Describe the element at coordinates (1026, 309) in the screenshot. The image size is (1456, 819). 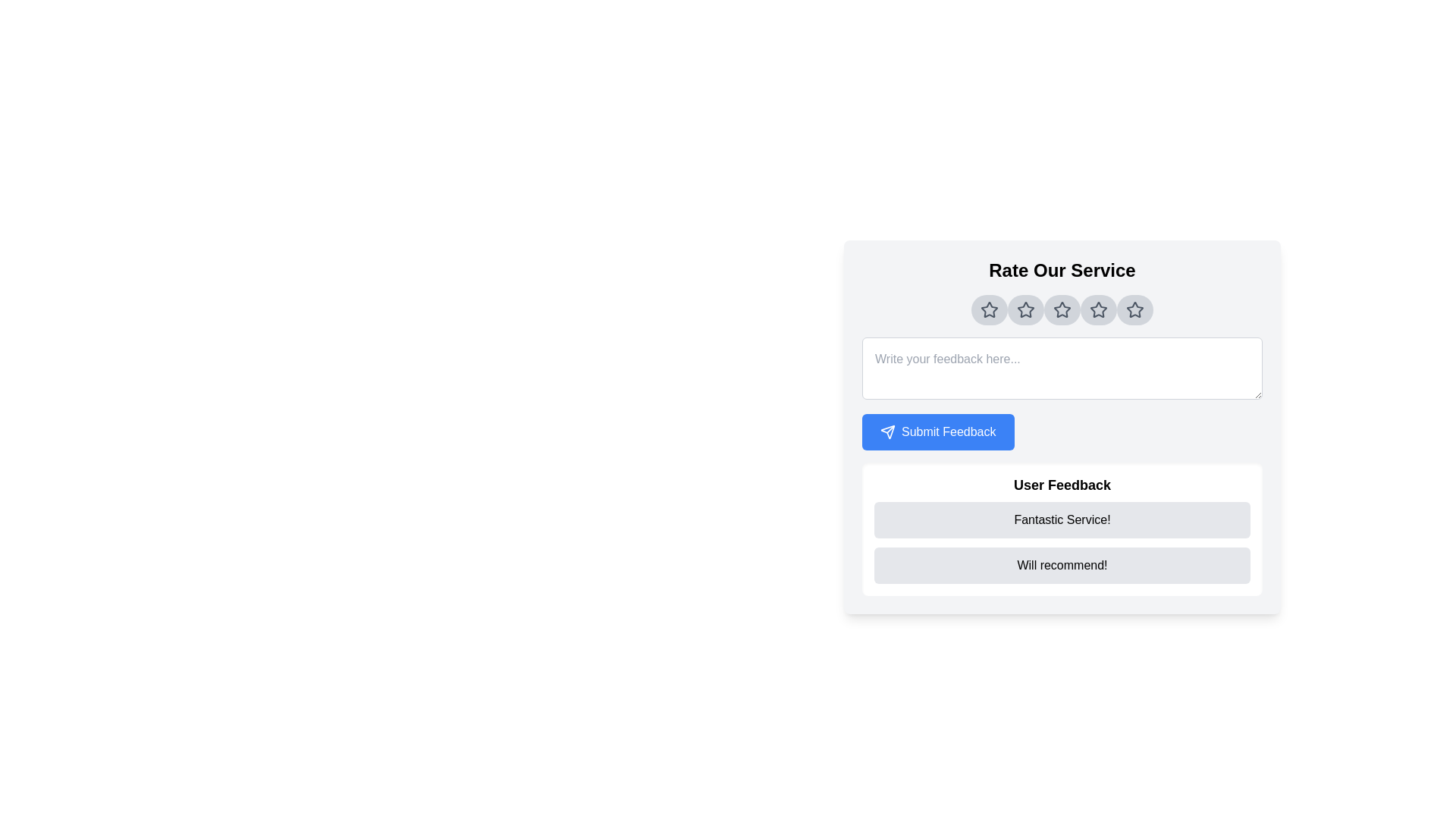
I see `the circular button with a gray background and a star icon, which is the second button from the left in a horizontal group of five buttons` at that location.